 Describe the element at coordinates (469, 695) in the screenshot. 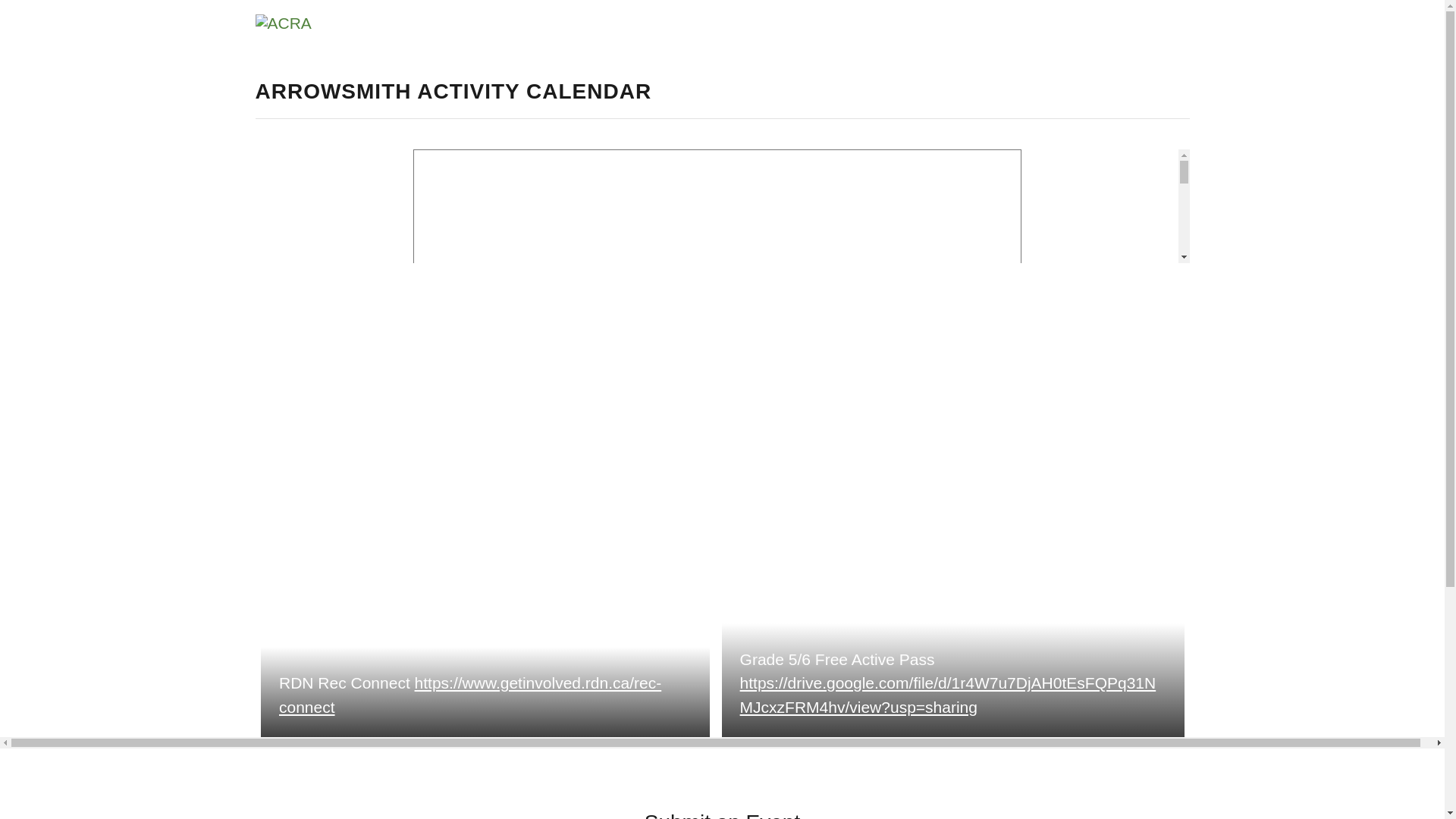

I see `'https://www.getinvolved.rdn.ca/rec-connect'` at that location.